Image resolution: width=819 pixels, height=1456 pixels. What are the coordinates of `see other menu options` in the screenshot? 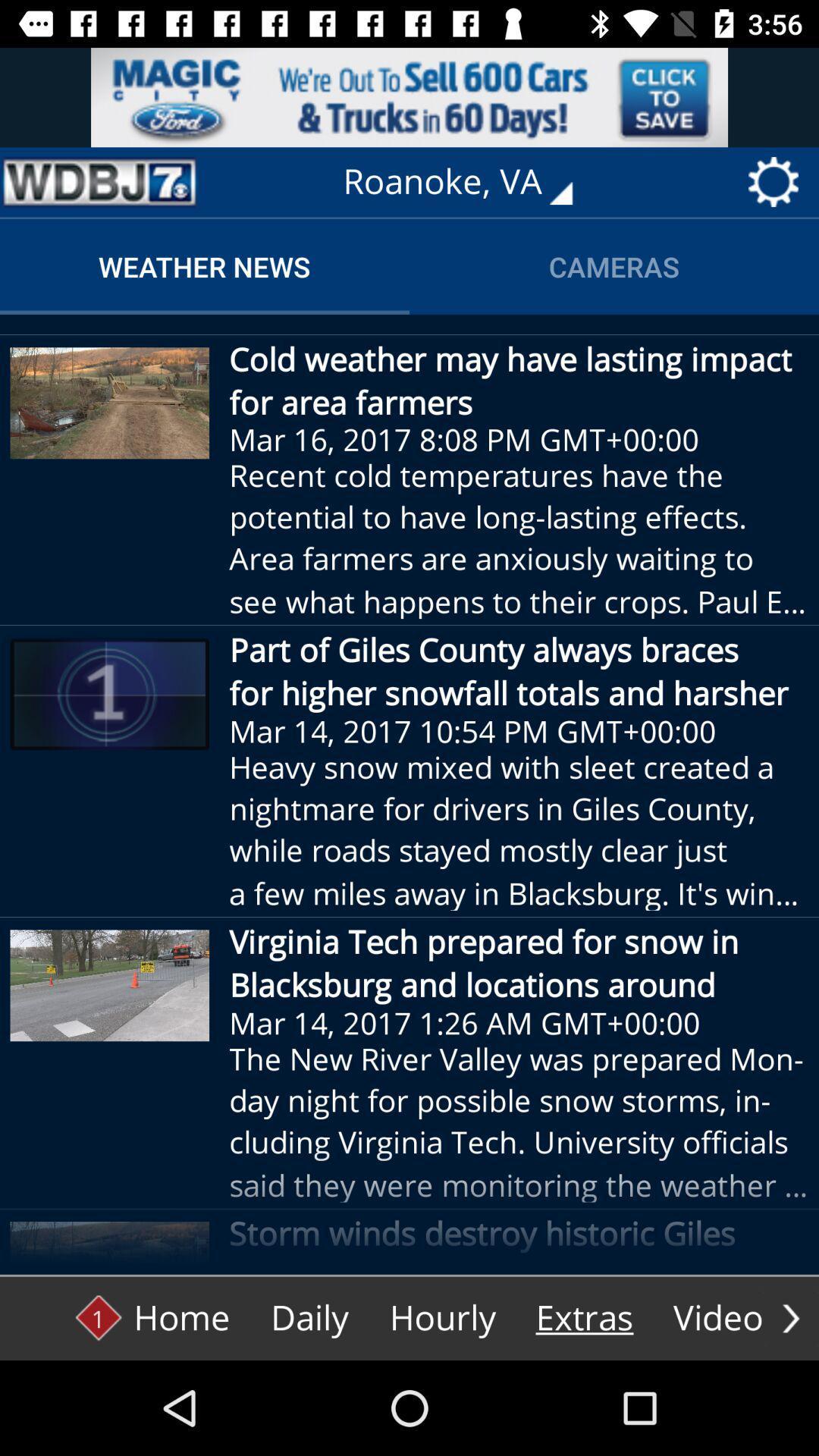 It's located at (790, 1317).